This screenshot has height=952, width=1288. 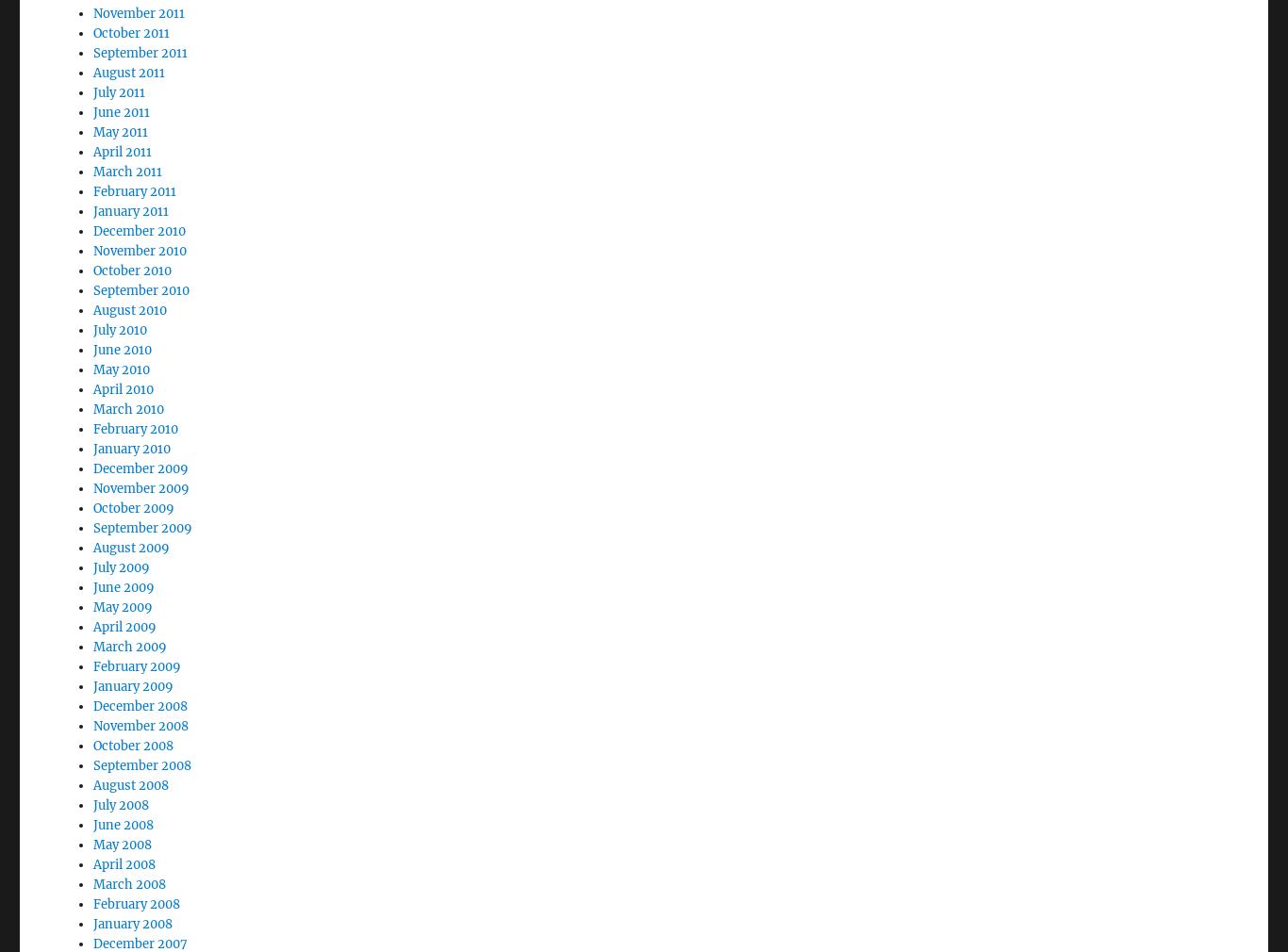 What do you see at coordinates (120, 59) in the screenshot?
I see `'June 2011'` at bounding box center [120, 59].